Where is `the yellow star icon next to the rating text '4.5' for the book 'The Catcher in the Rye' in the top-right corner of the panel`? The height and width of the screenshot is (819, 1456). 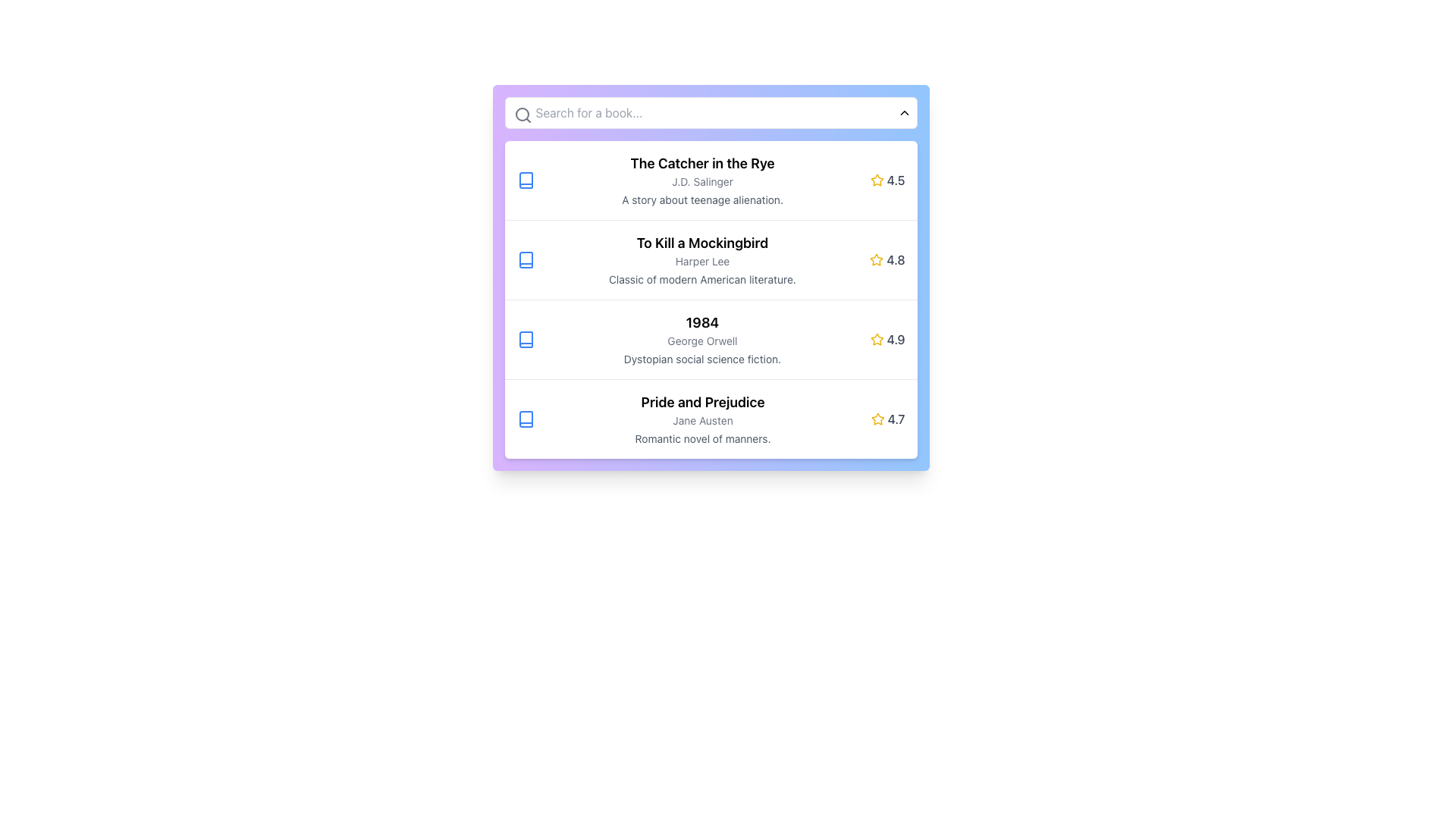
the yellow star icon next to the rating text '4.5' for the book 'The Catcher in the Rye' in the top-right corner of the panel is located at coordinates (877, 180).